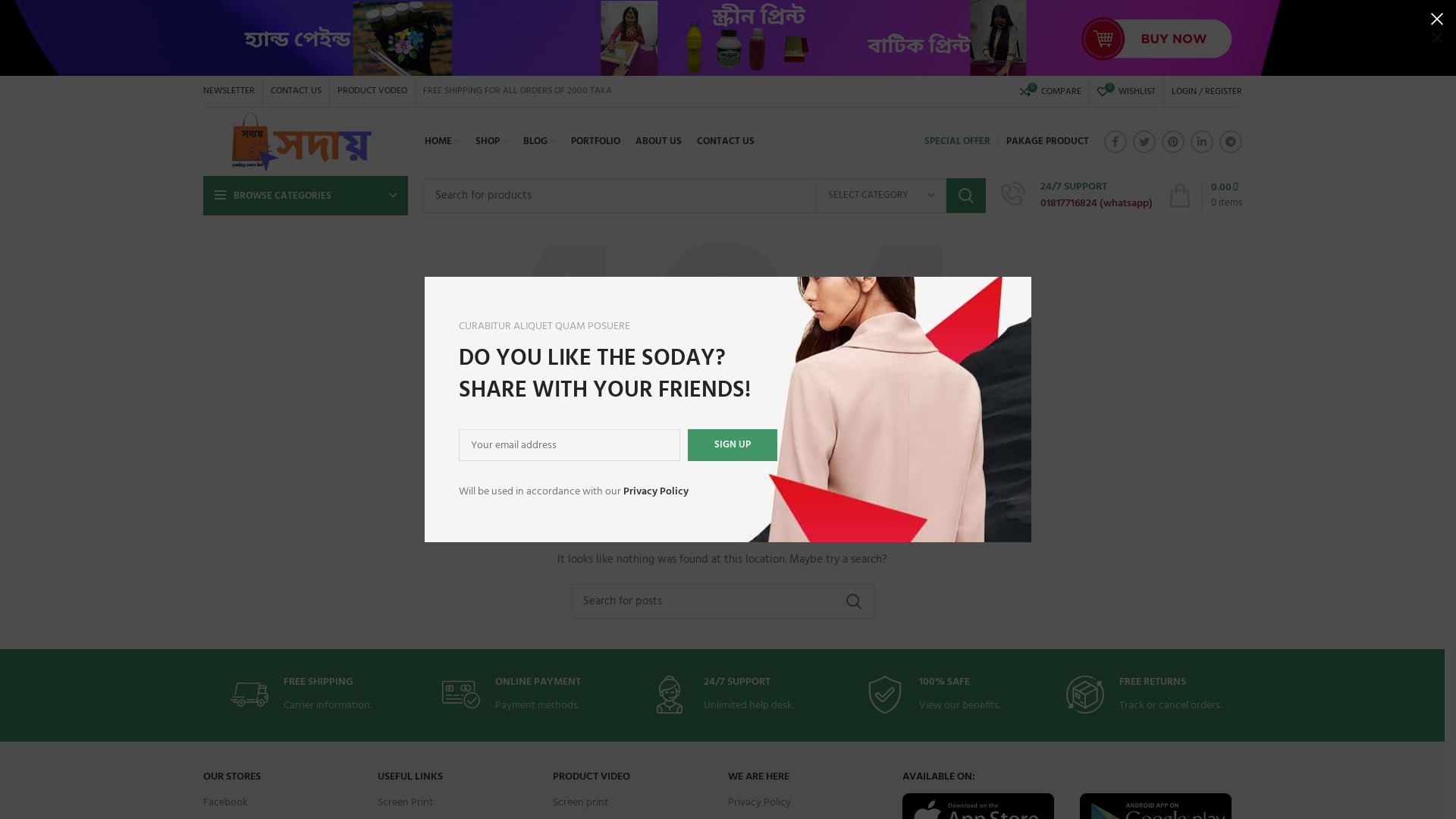 The image size is (1456, 819). Describe the element at coordinates (807, 777) in the screenshot. I see `'WE ARE HERE'` at that location.